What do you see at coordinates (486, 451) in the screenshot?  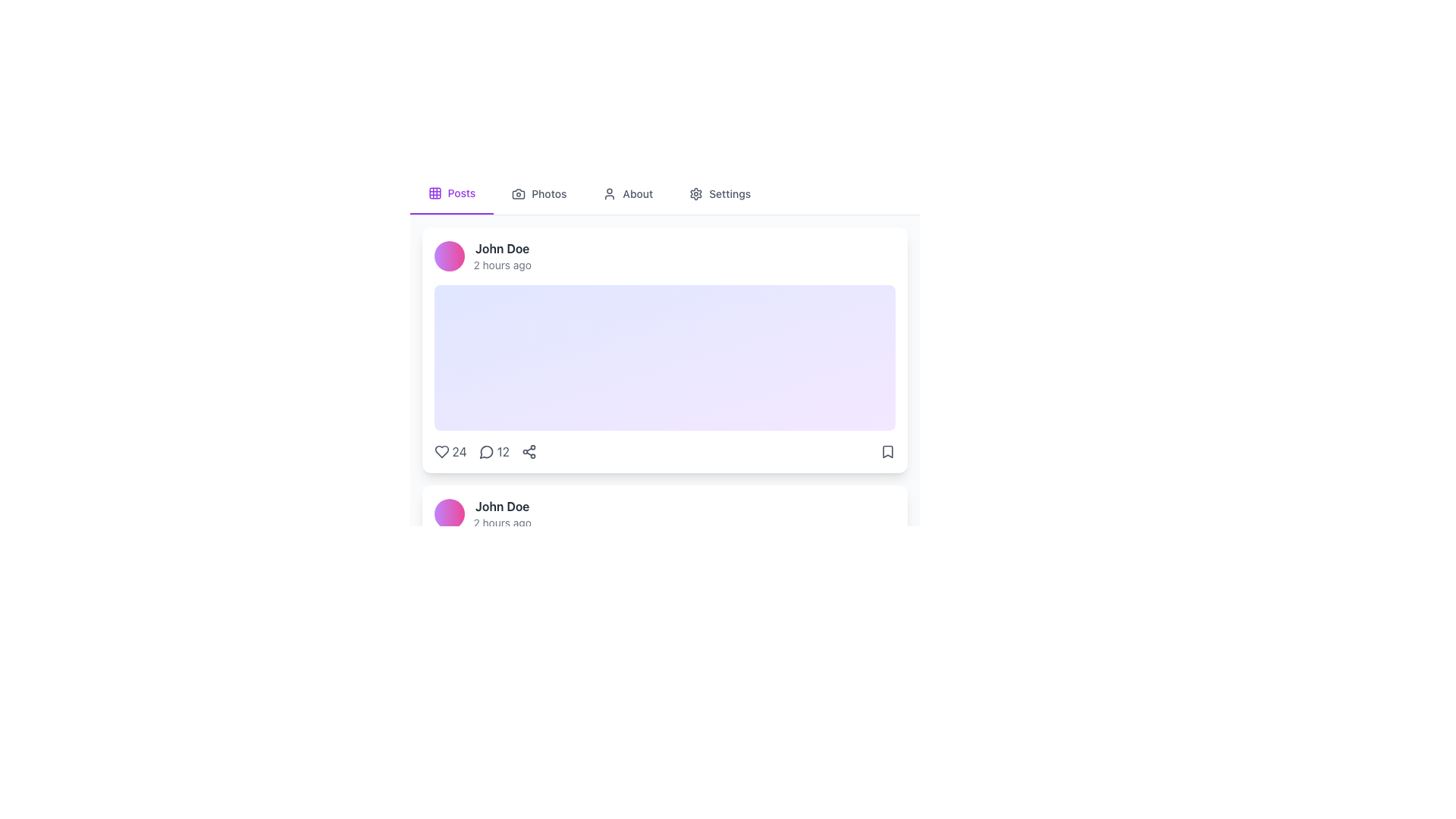 I see `the comment/reply icon located to the left of the interaction count '12', which is part of a structured layout under a post entry` at bounding box center [486, 451].